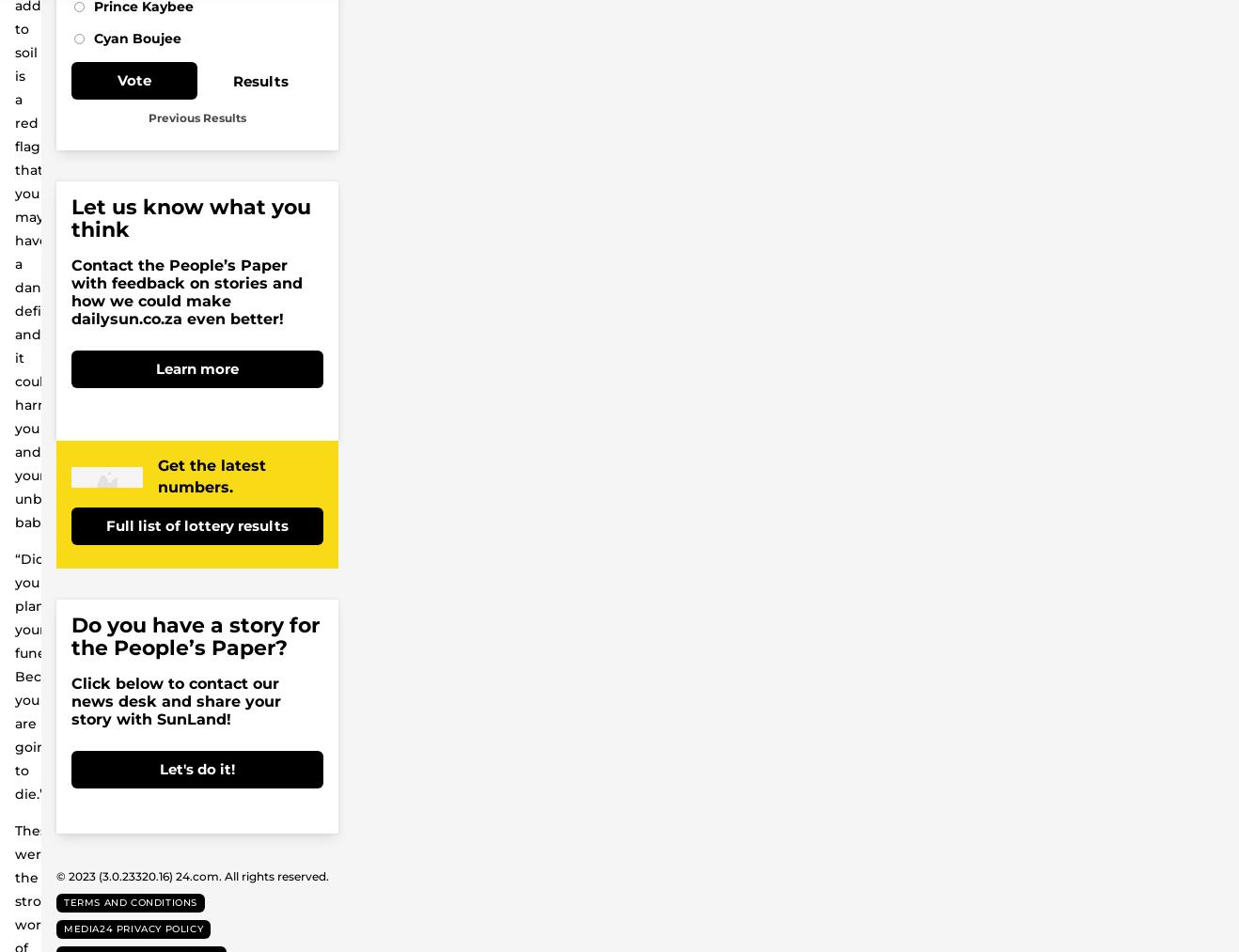  Describe the element at coordinates (194, 635) in the screenshot. I see `'Do you have a story for the People’s Paper?'` at that location.